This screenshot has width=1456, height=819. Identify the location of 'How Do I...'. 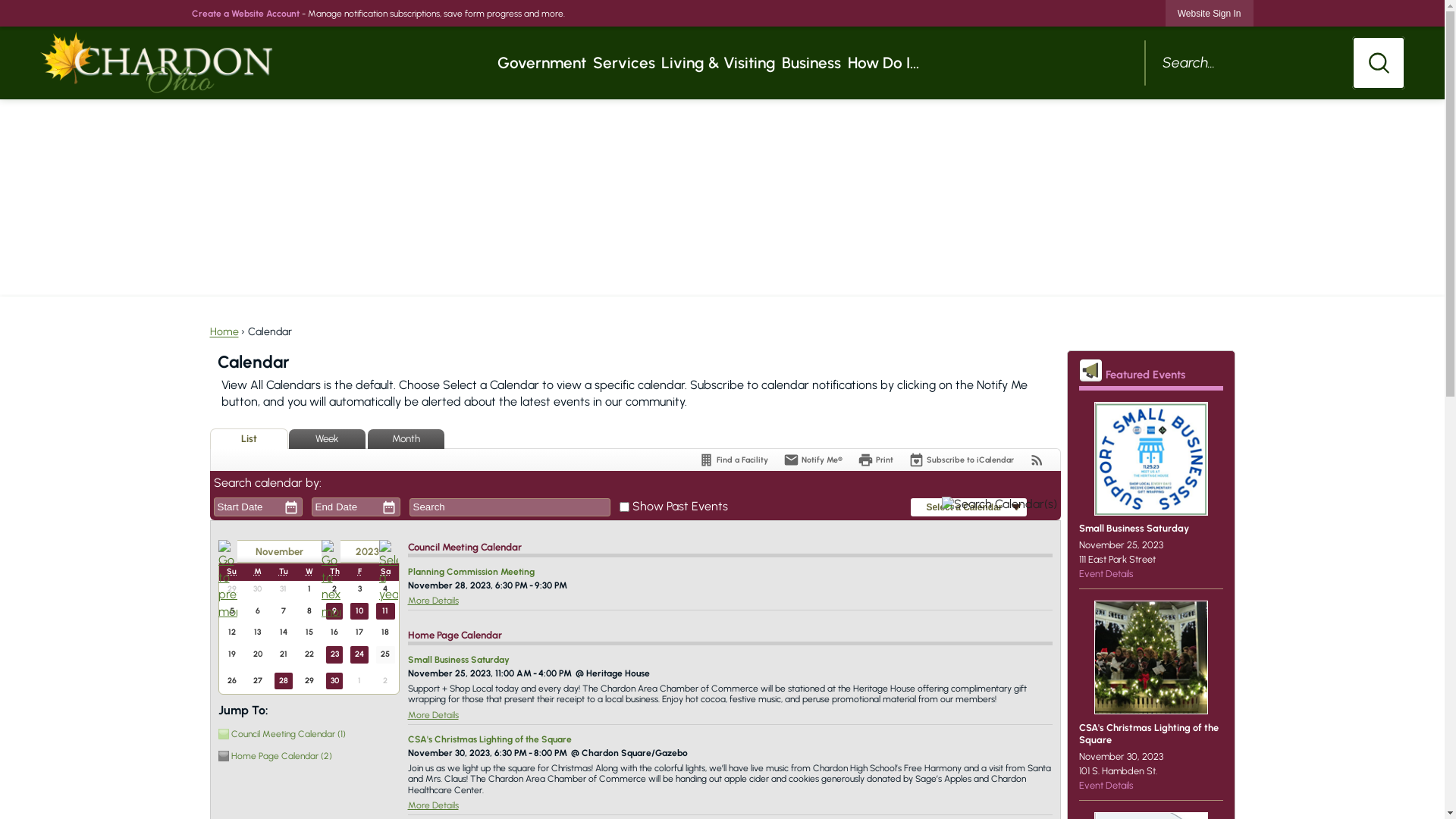
(843, 62).